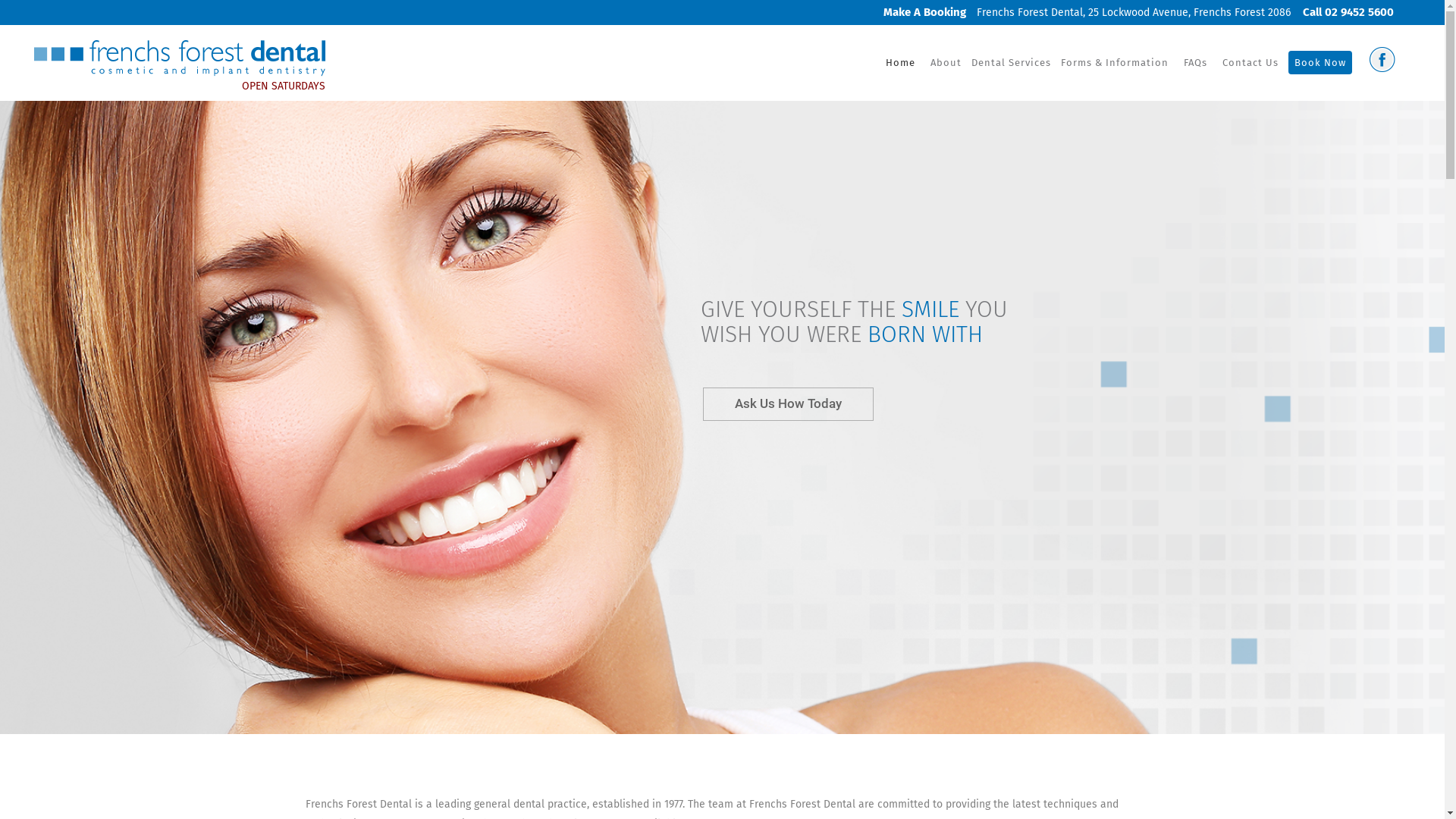 The image size is (1456, 819). I want to click on 'Home', so click(900, 62).